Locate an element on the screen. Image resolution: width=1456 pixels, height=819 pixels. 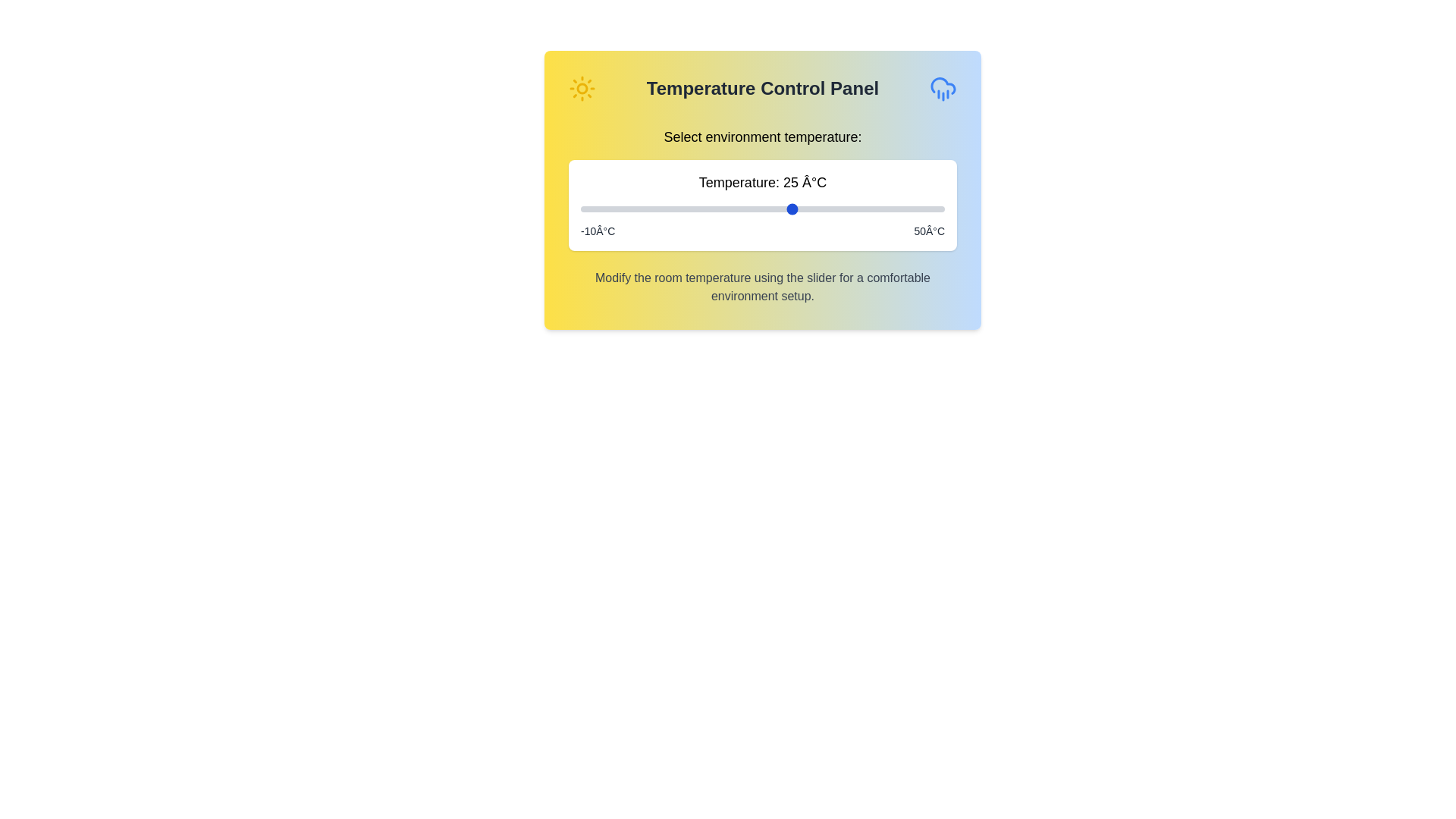
the temperature value display to interact with it is located at coordinates (763, 181).